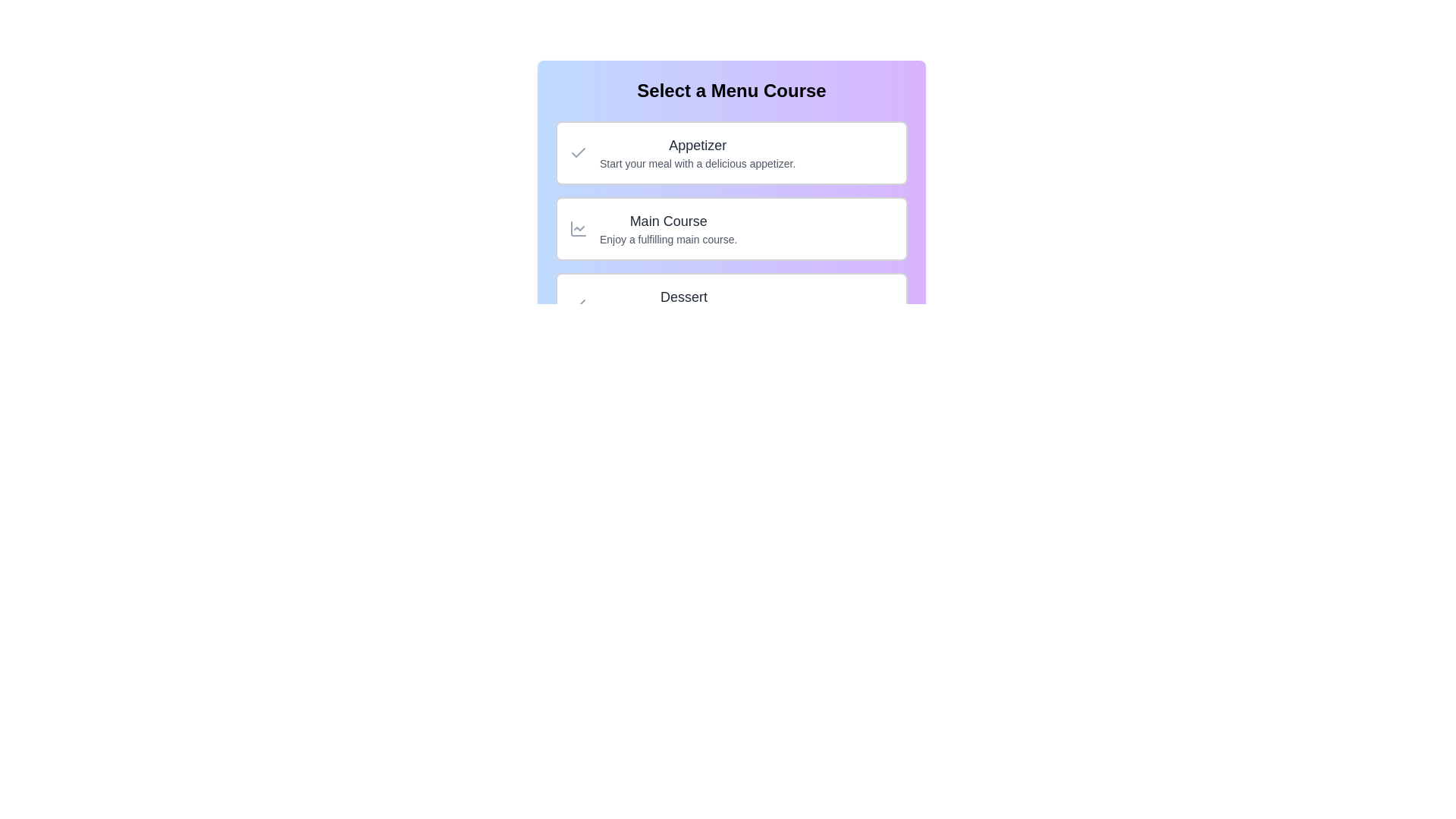  I want to click on the static text label titled 'Appetizer' which serves as a descriptor in the selection menu interface, so click(697, 146).